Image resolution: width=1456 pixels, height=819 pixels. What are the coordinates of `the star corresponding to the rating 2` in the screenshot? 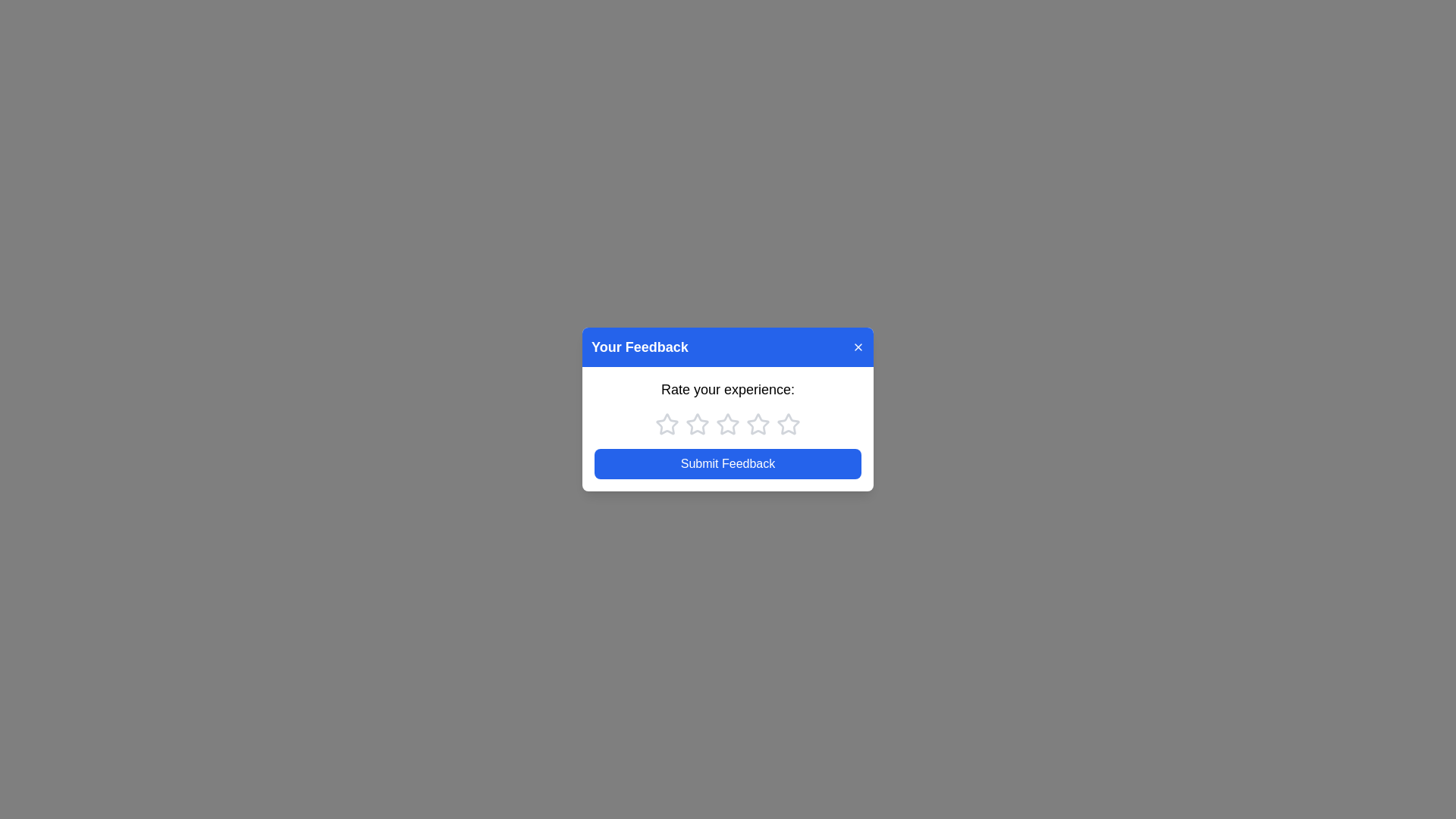 It's located at (697, 424).